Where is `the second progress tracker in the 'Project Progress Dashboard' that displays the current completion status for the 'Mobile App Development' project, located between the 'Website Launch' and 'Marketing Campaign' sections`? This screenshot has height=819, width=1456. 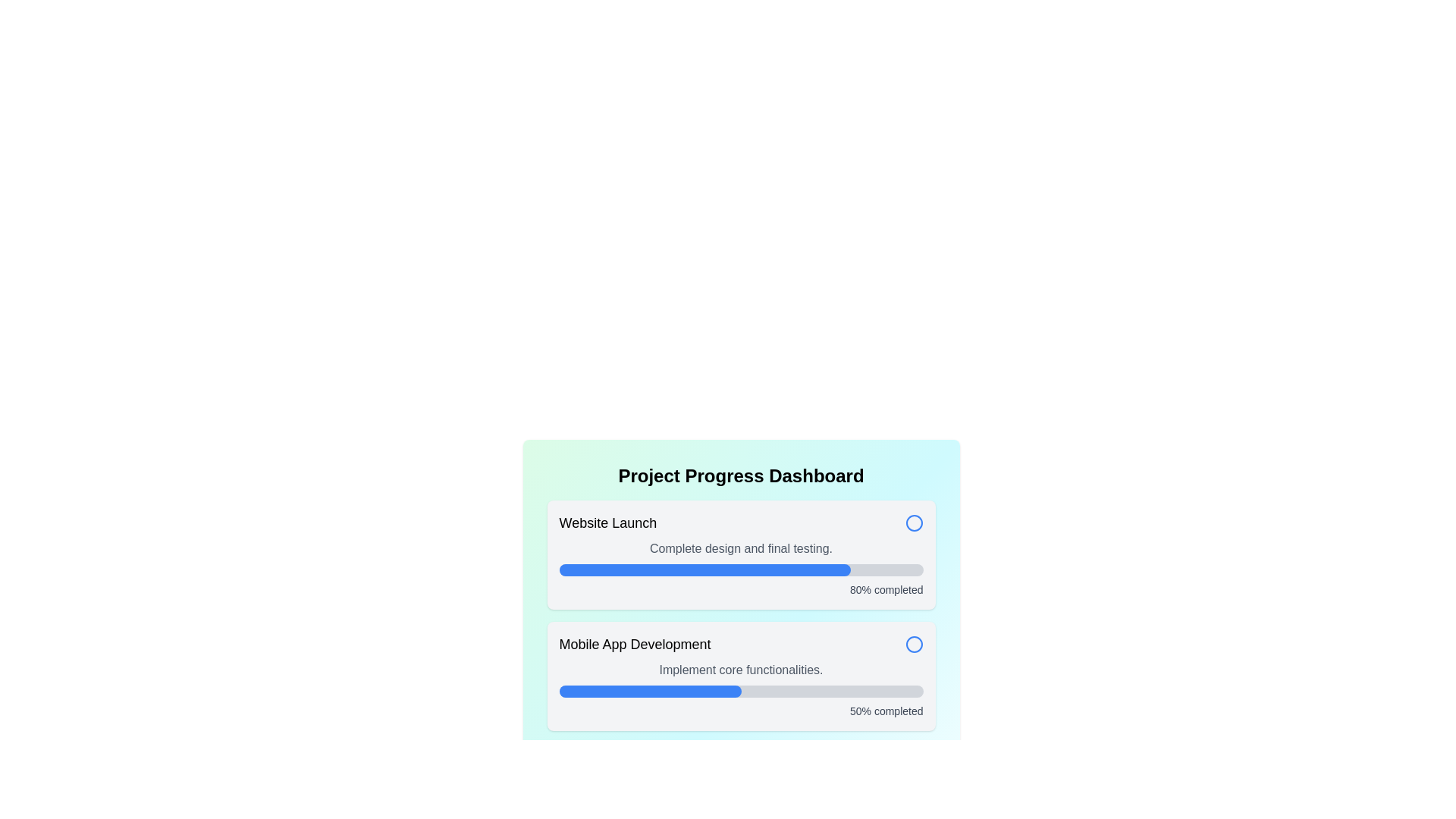 the second progress tracker in the 'Project Progress Dashboard' that displays the current completion status for the 'Mobile App Development' project, located between the 'Website Launch' and 'Marketing Campaign' sections is located at coordinates (741, 675).